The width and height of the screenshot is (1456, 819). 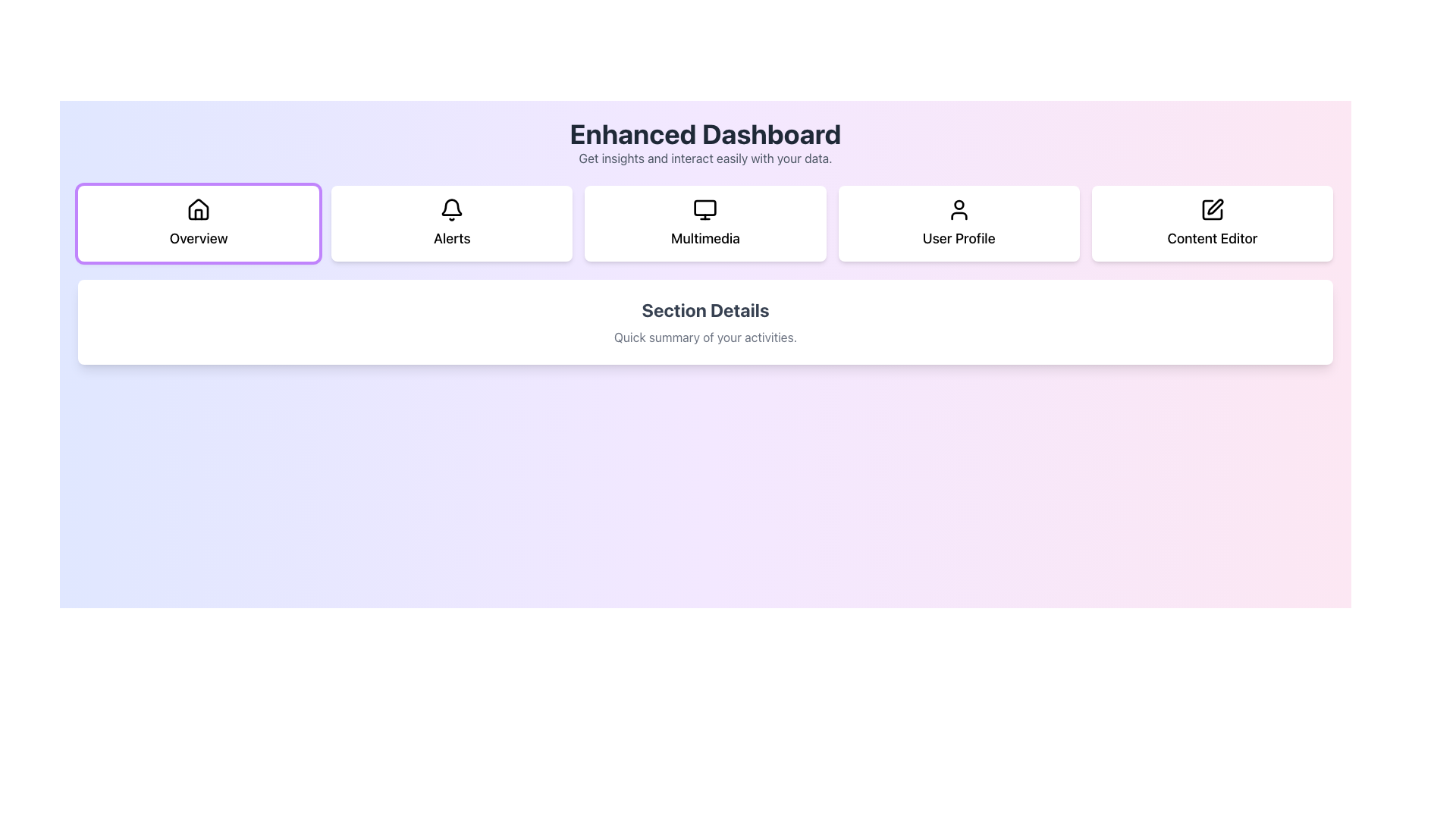 What do you see at coordinates (198, 209) in the screenshot?
I see `the 'Overview' icon located at the top left of the dashboard, which visually indicates the overview functionality of the dashboard` at bounding box center [198, 209].